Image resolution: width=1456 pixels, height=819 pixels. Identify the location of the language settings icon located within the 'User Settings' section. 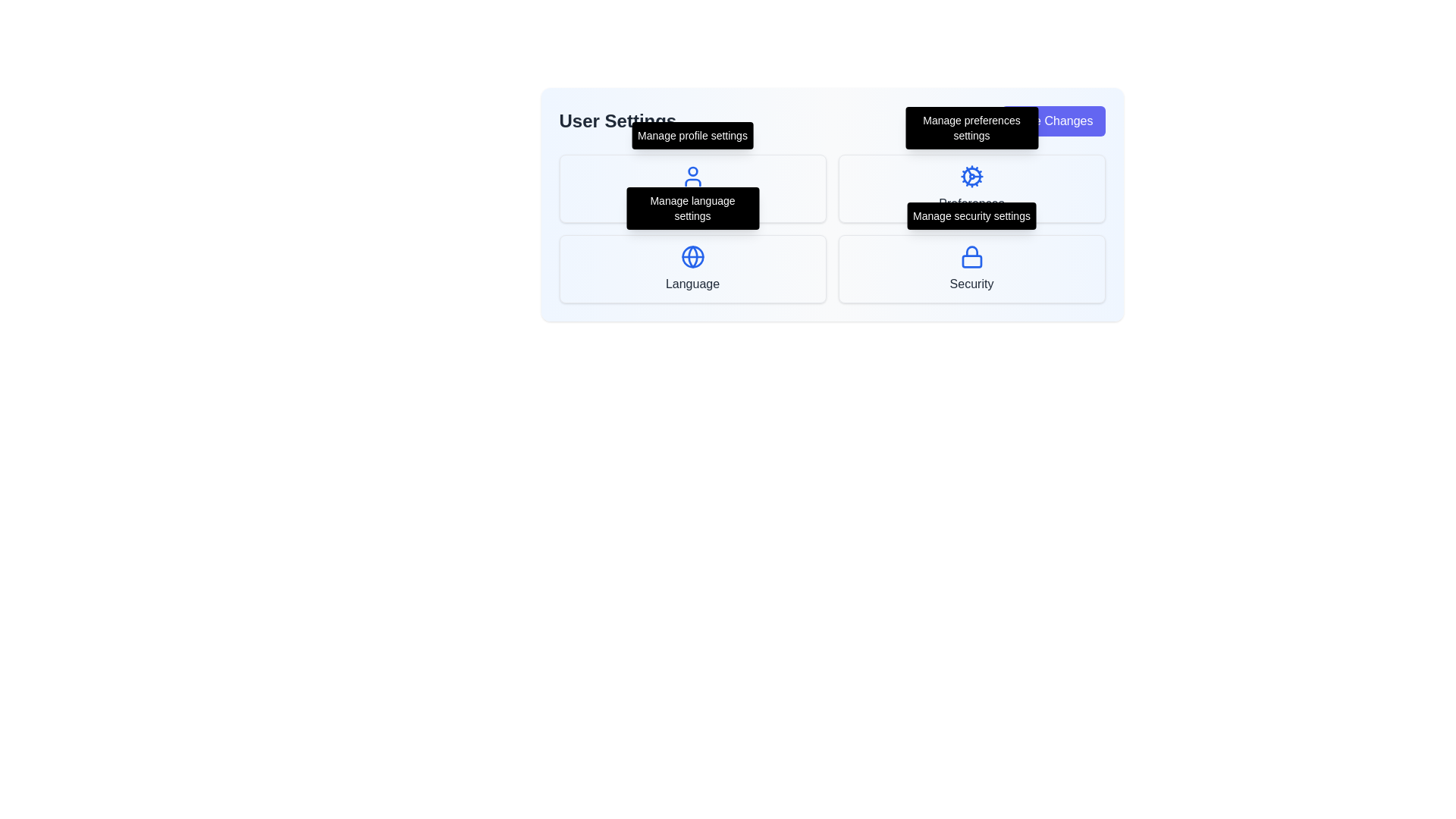
(692, 256).